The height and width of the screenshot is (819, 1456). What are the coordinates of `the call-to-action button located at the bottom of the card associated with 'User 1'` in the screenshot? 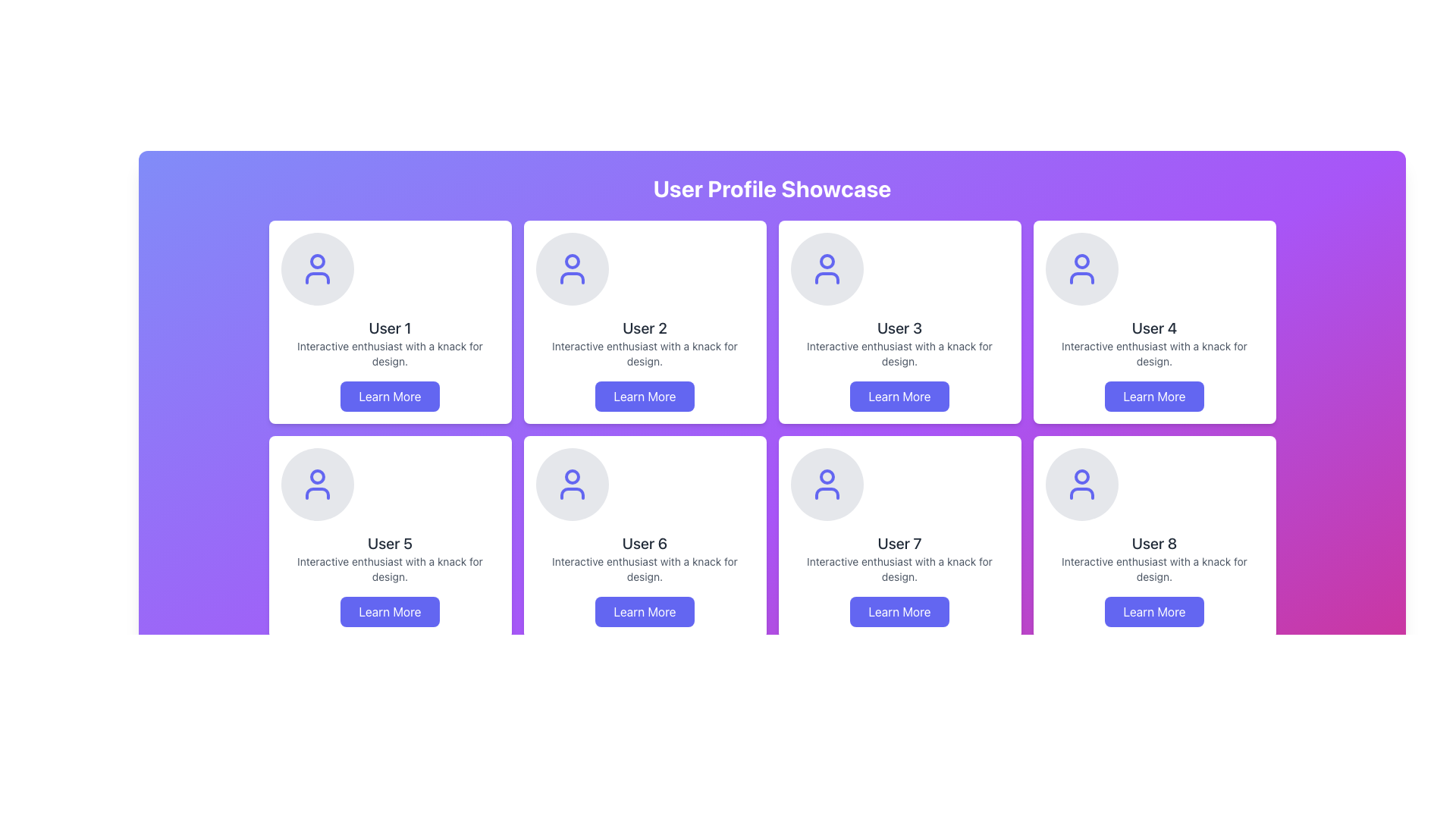 It's located at (390, 396).